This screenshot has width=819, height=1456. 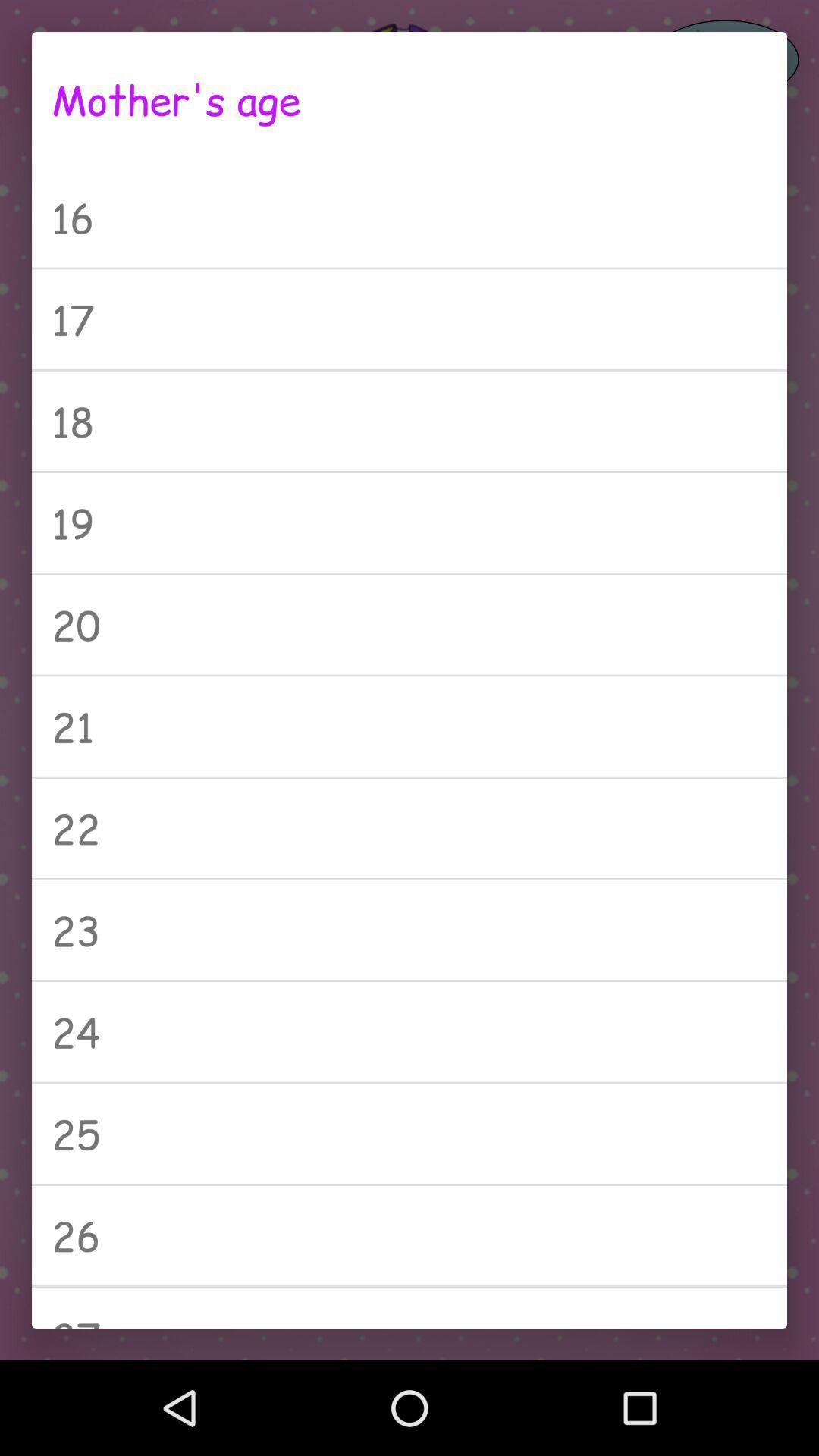 I want to click on item below the 25 icon, so click(x=409, y=1235).